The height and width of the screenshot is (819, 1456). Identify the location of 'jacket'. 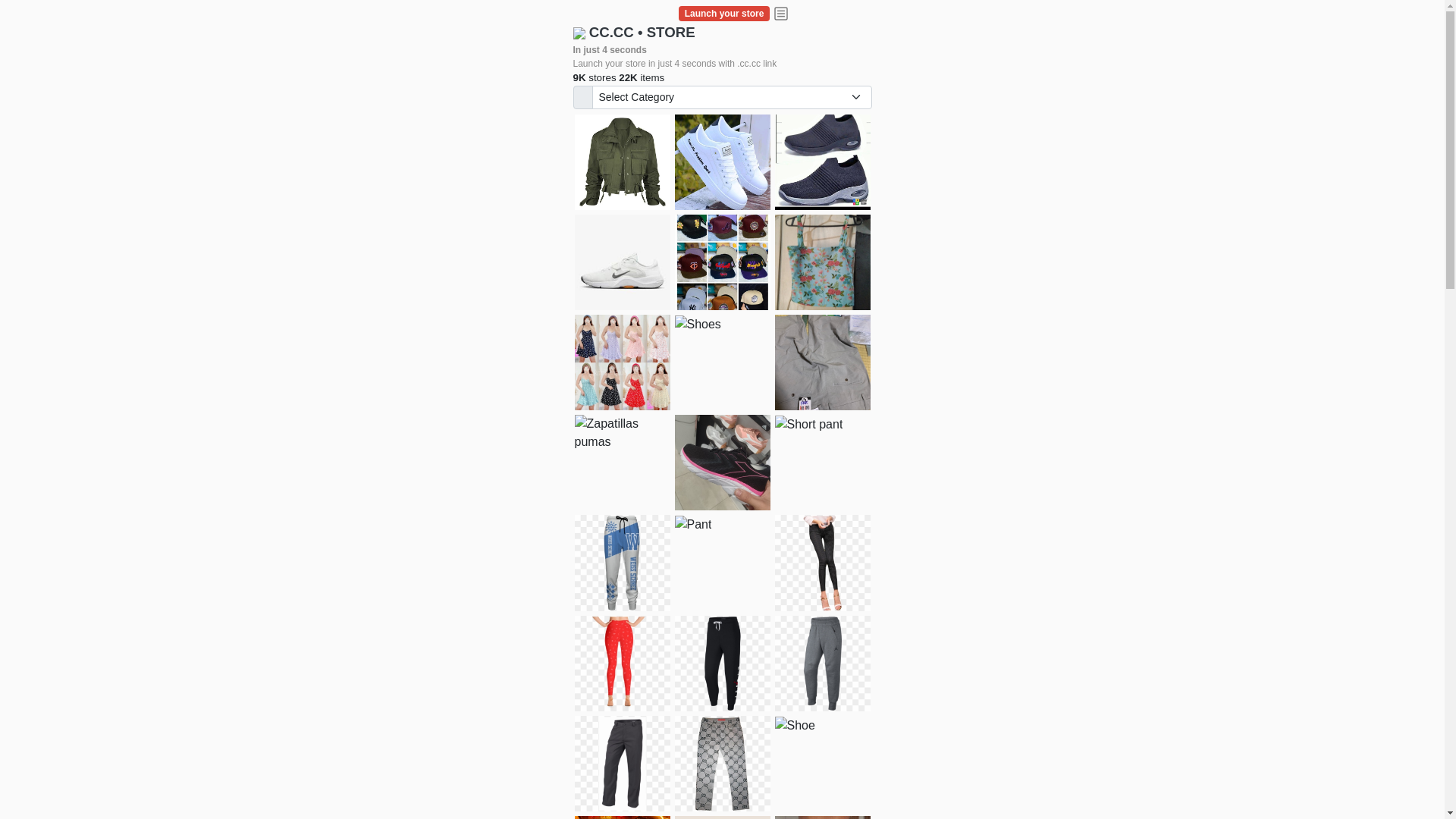
(622, 162).